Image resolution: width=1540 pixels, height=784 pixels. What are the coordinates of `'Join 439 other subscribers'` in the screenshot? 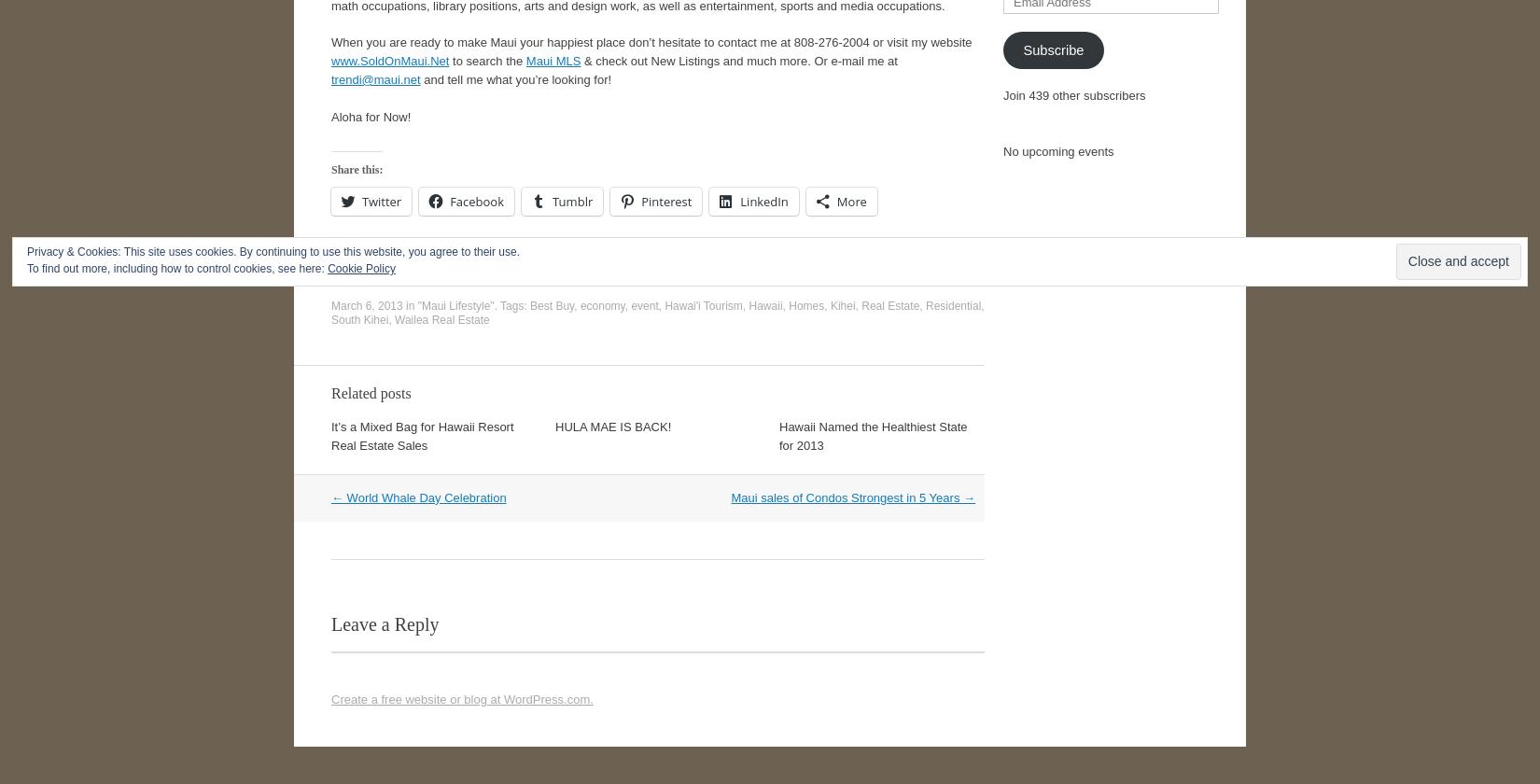 It's located at (1074, 95).